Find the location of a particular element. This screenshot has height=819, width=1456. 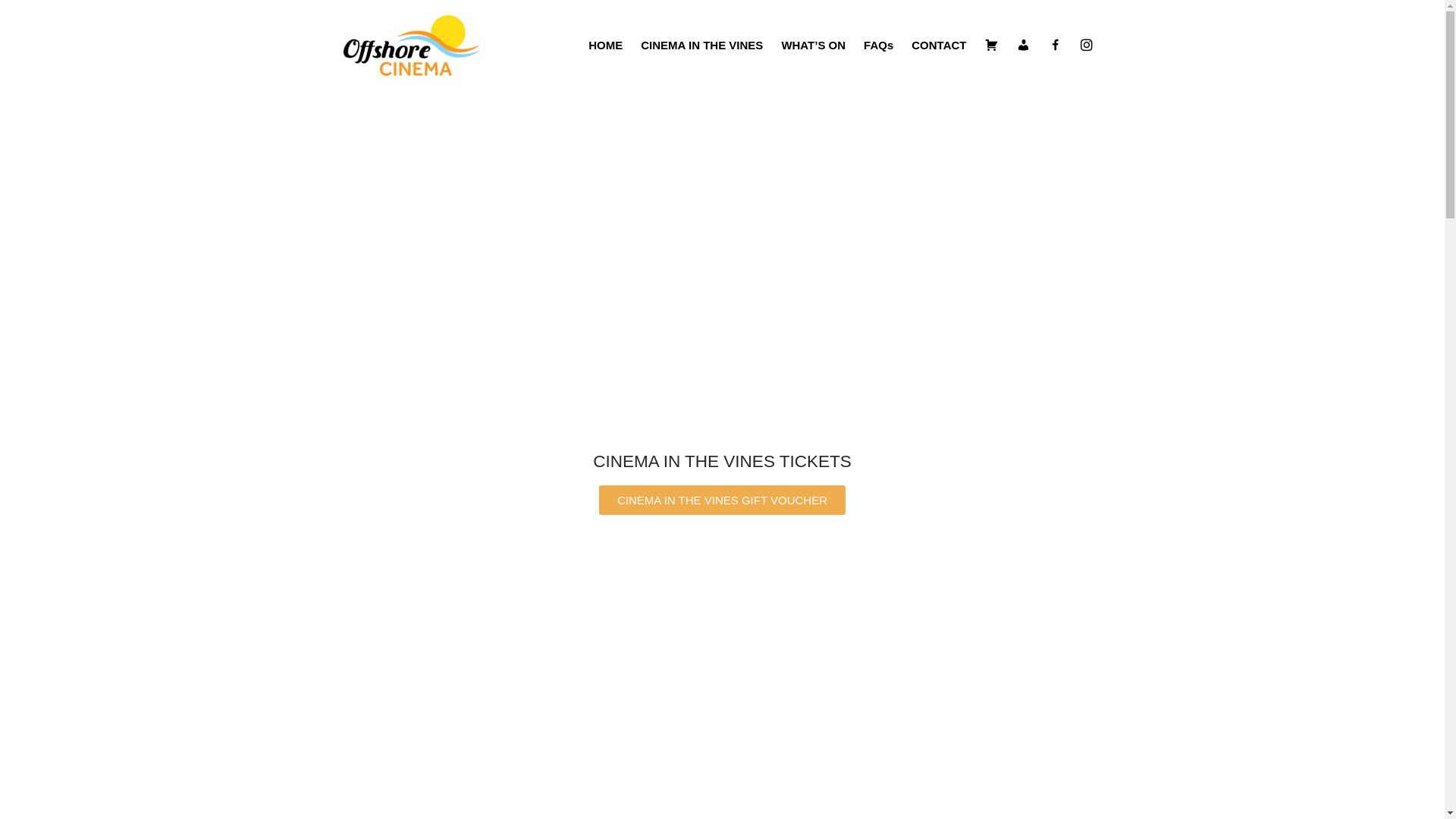

'Account' is located at coordinates (1008, 45).